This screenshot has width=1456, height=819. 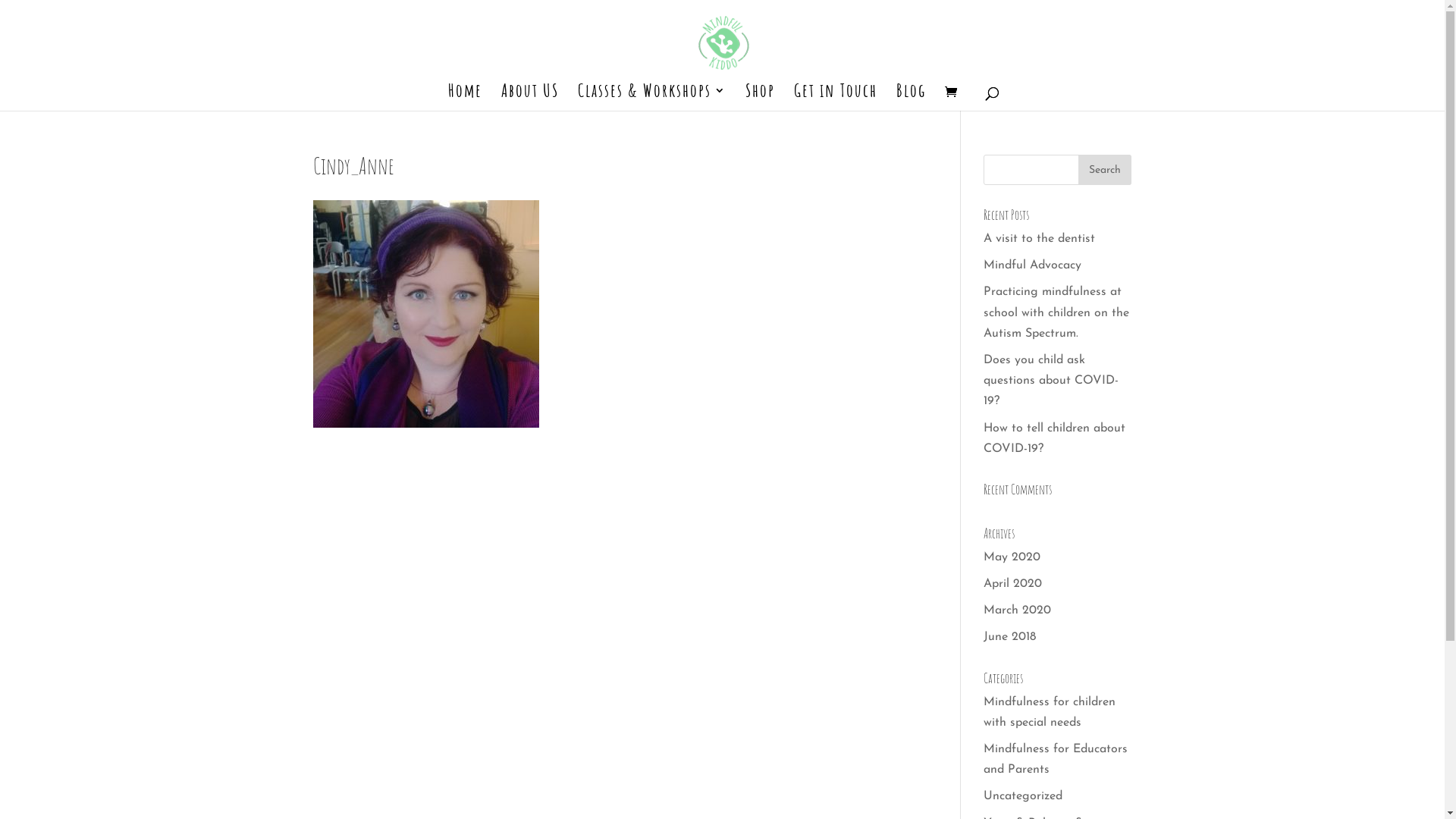 What do you see at coordinates (759, 97) in the screenshot?
I see `'Shop'` at bounding box center [759, 97].